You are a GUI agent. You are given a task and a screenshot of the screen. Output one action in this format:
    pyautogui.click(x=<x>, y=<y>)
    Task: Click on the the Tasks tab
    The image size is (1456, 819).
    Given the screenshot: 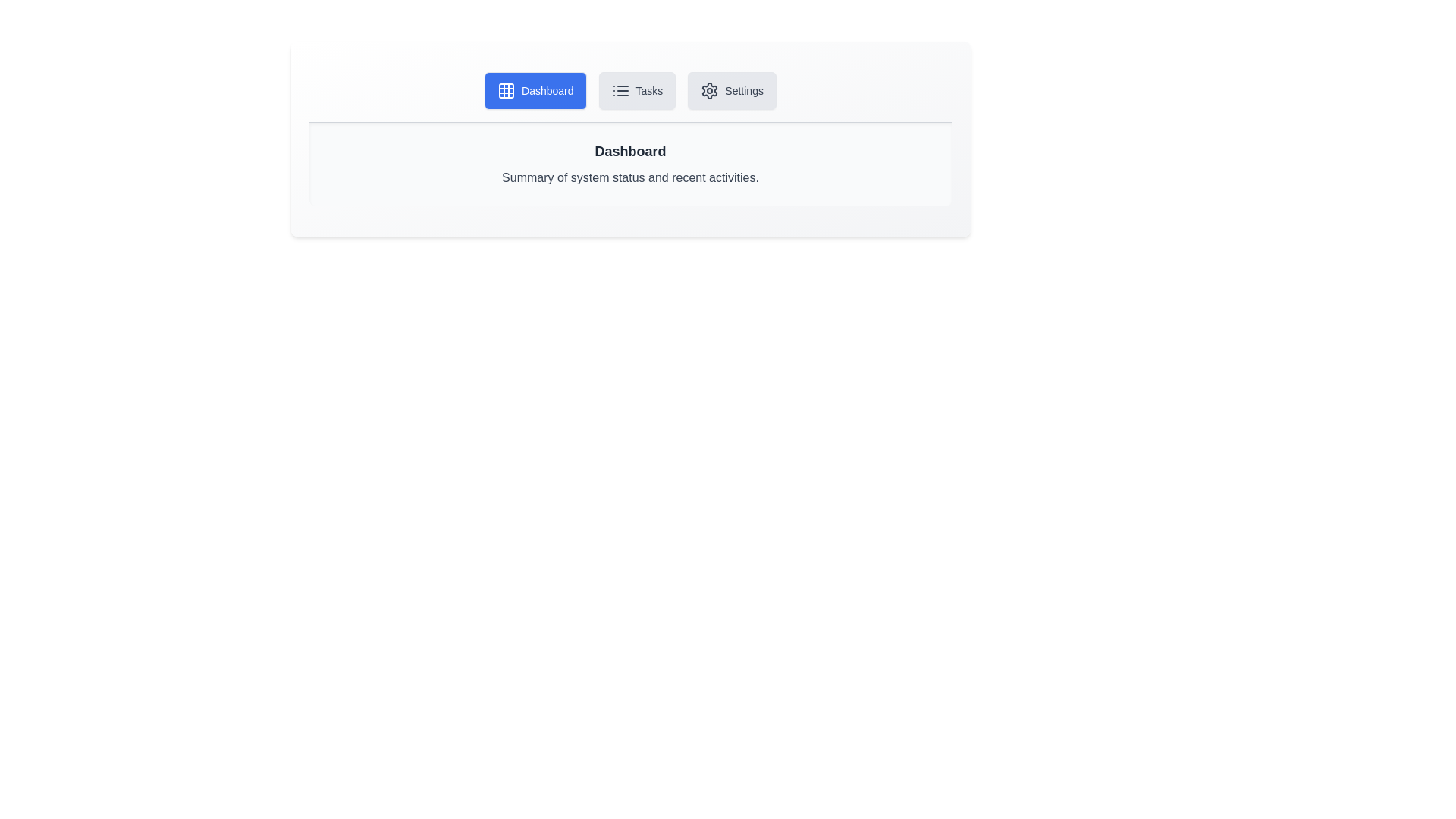 What is the action you would take?
    pyautogui.click(x=637, y=90)
    